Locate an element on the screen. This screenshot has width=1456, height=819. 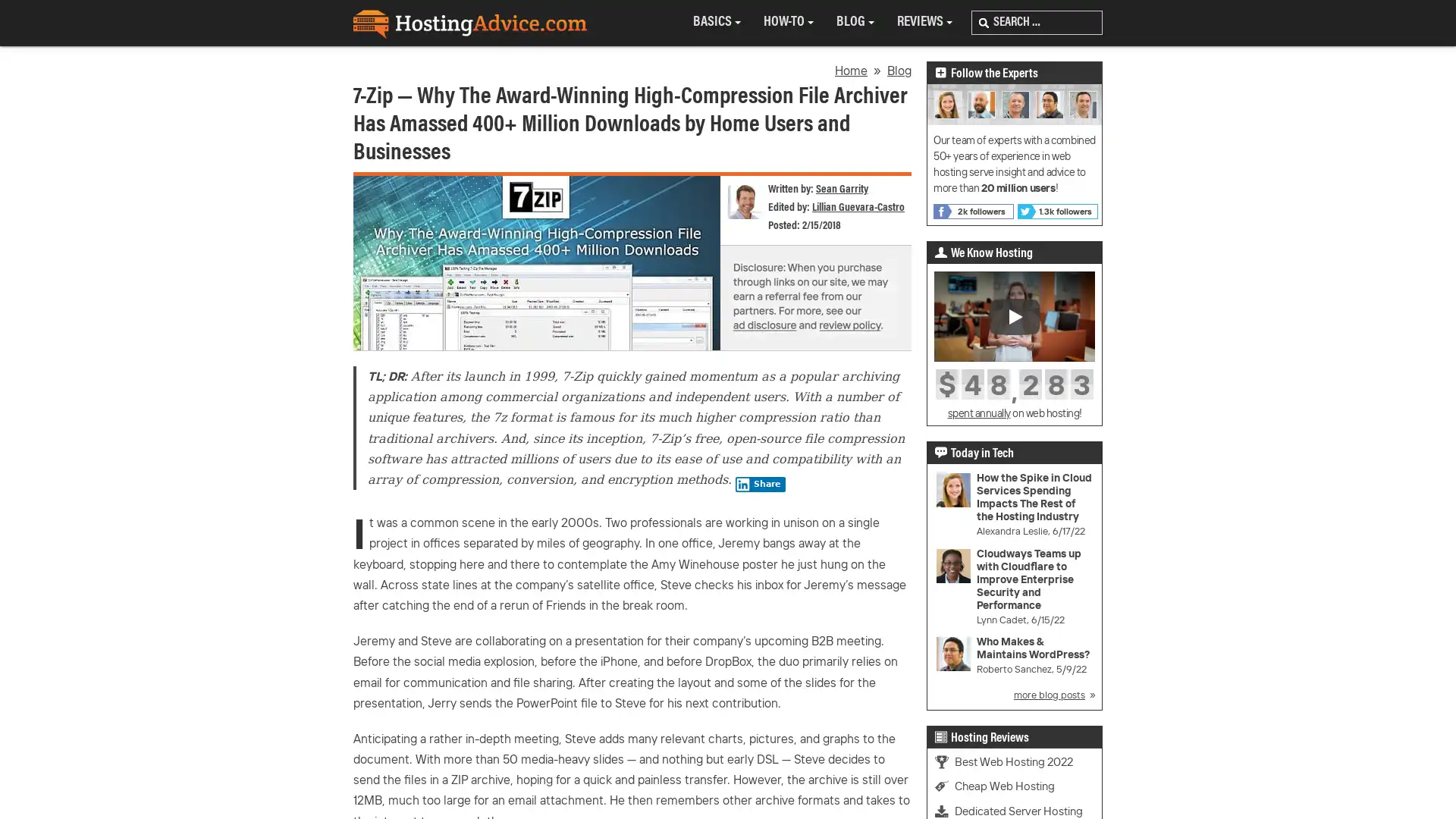
Play is located at coordinates (1015, 315).